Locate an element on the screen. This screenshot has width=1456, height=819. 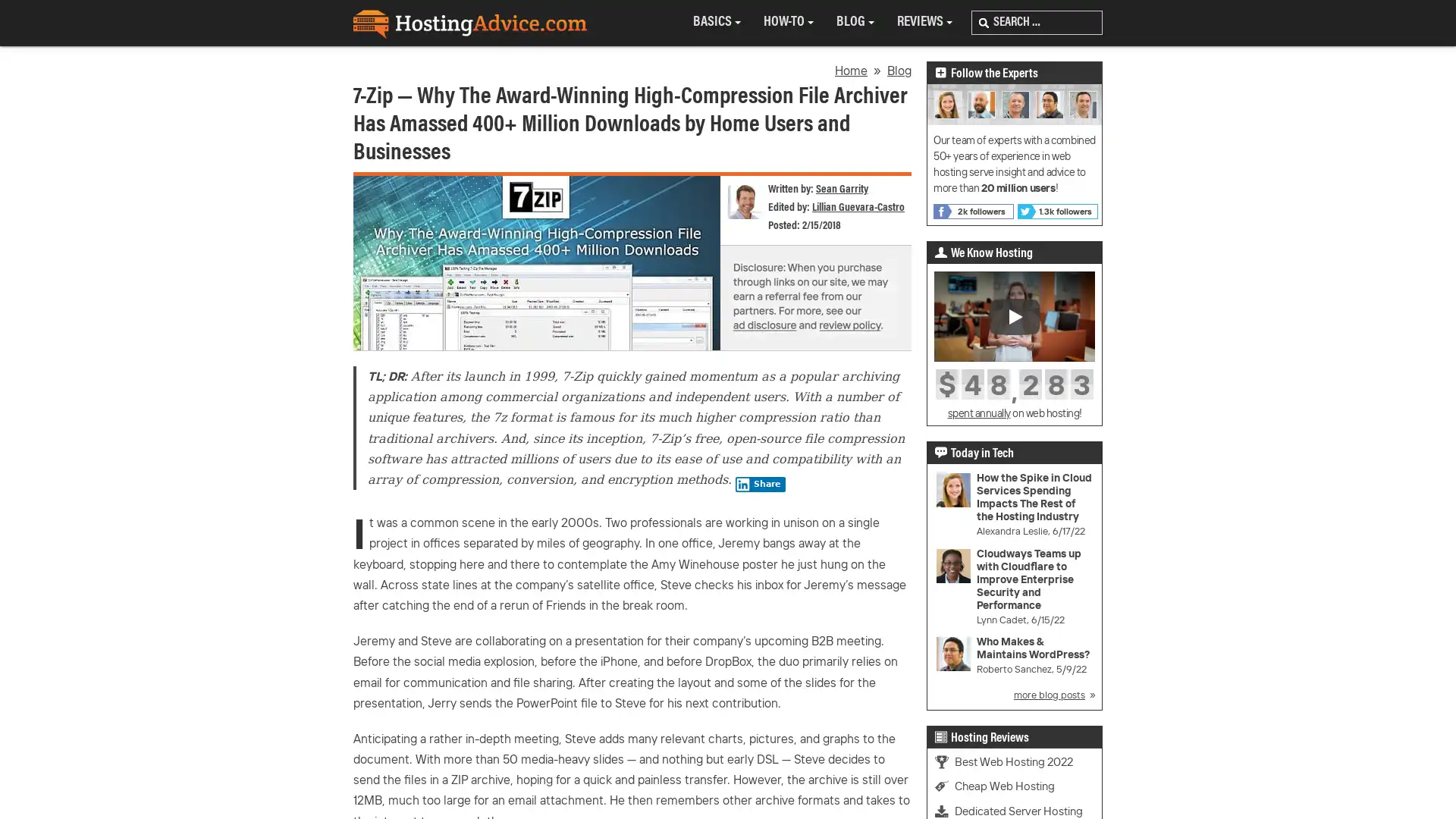
Play is located at coordinates (1015, 315).